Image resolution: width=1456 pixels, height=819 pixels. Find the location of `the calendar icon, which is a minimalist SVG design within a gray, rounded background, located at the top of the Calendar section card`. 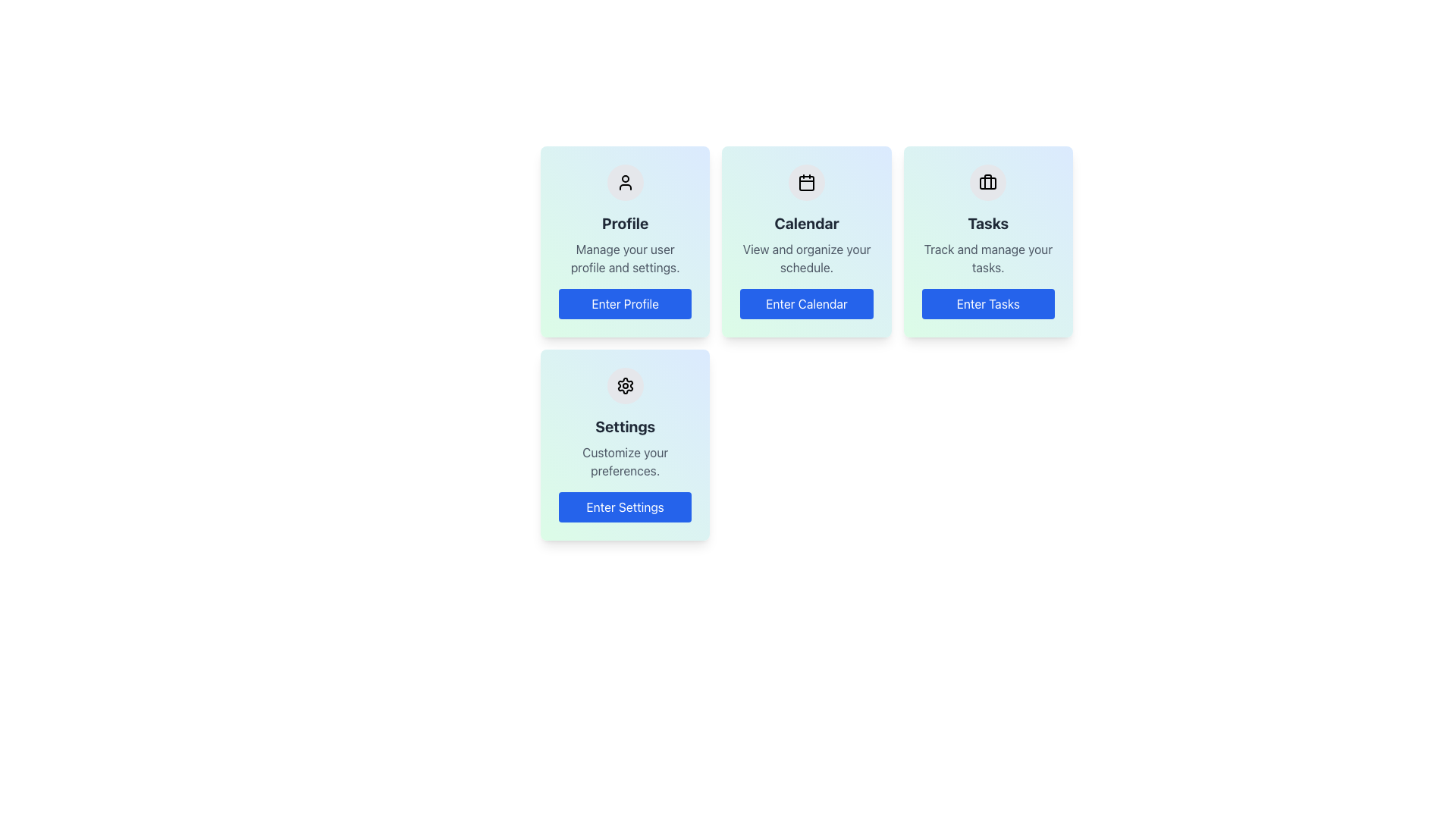

the calendar icon, which is a minimalist SVG design within a gray, rounded background, located at the top of the Calendar section card is located at coordinates (806, 181).